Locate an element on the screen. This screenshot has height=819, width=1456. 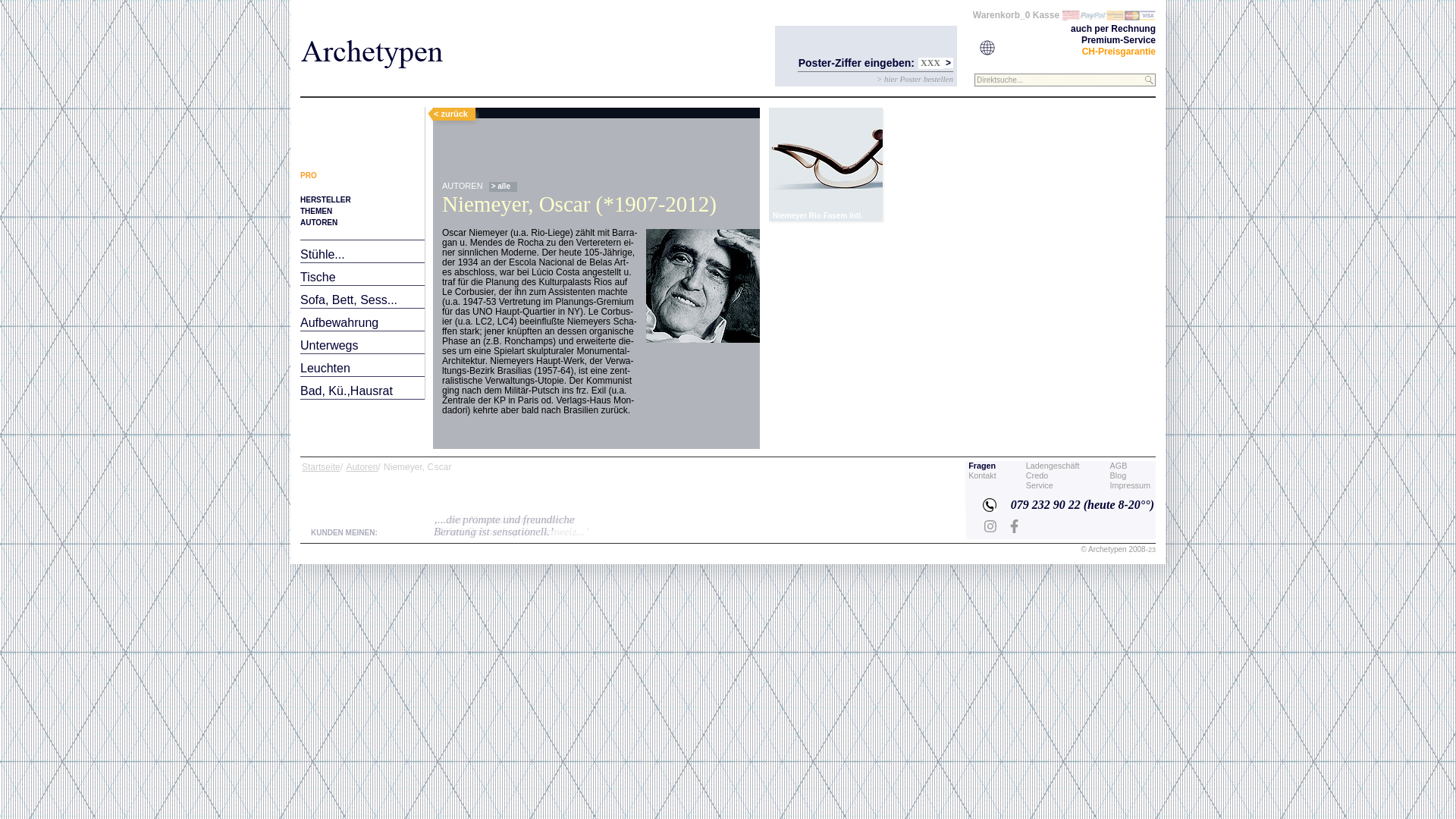
'L2' is located at coordinates (819, 158).